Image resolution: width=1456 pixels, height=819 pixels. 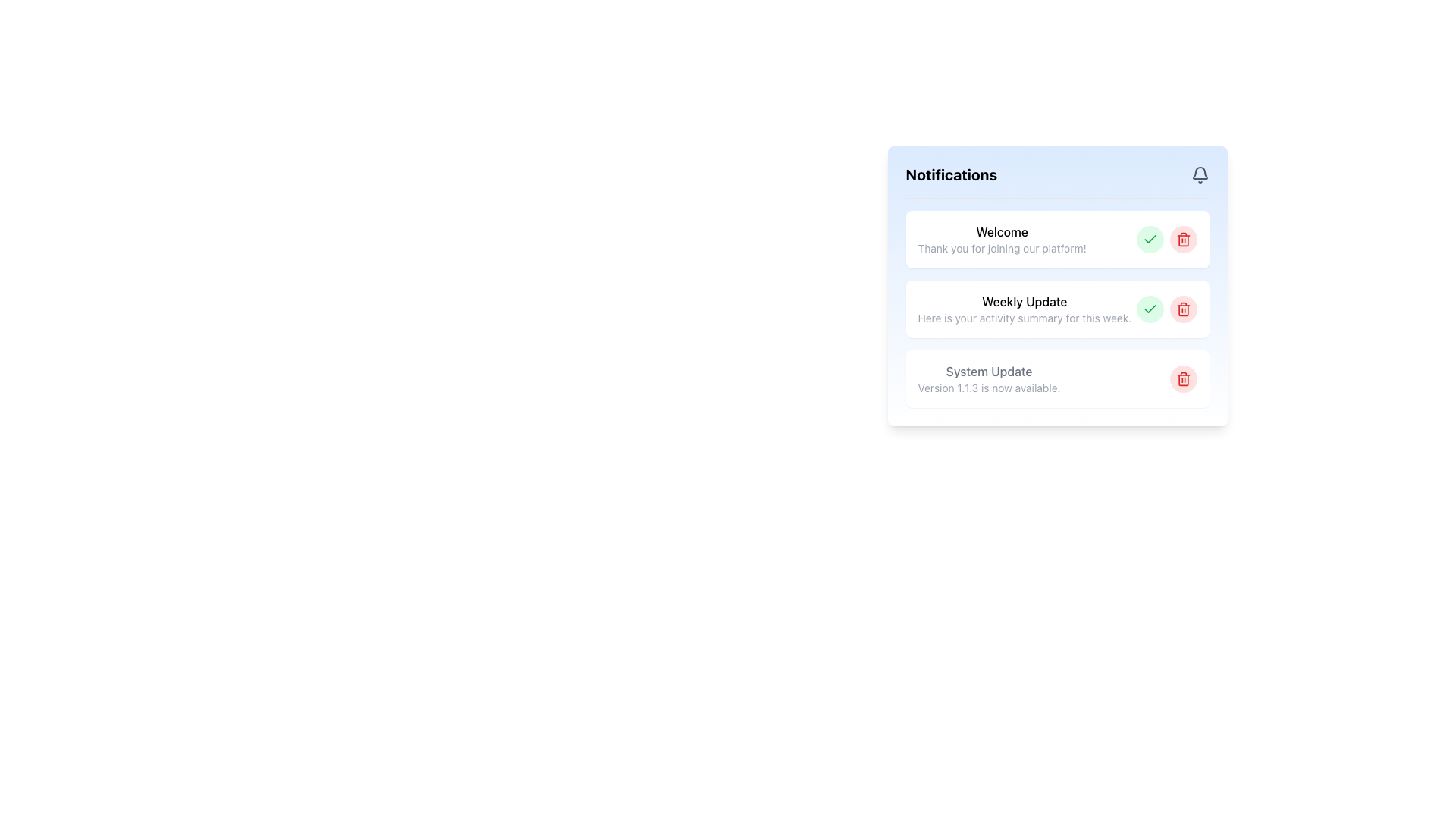 What do you see at coordinates (1182, 309) in the screenshot?
I see `the red trash bin icon button` at bounding box center [1182, 309].